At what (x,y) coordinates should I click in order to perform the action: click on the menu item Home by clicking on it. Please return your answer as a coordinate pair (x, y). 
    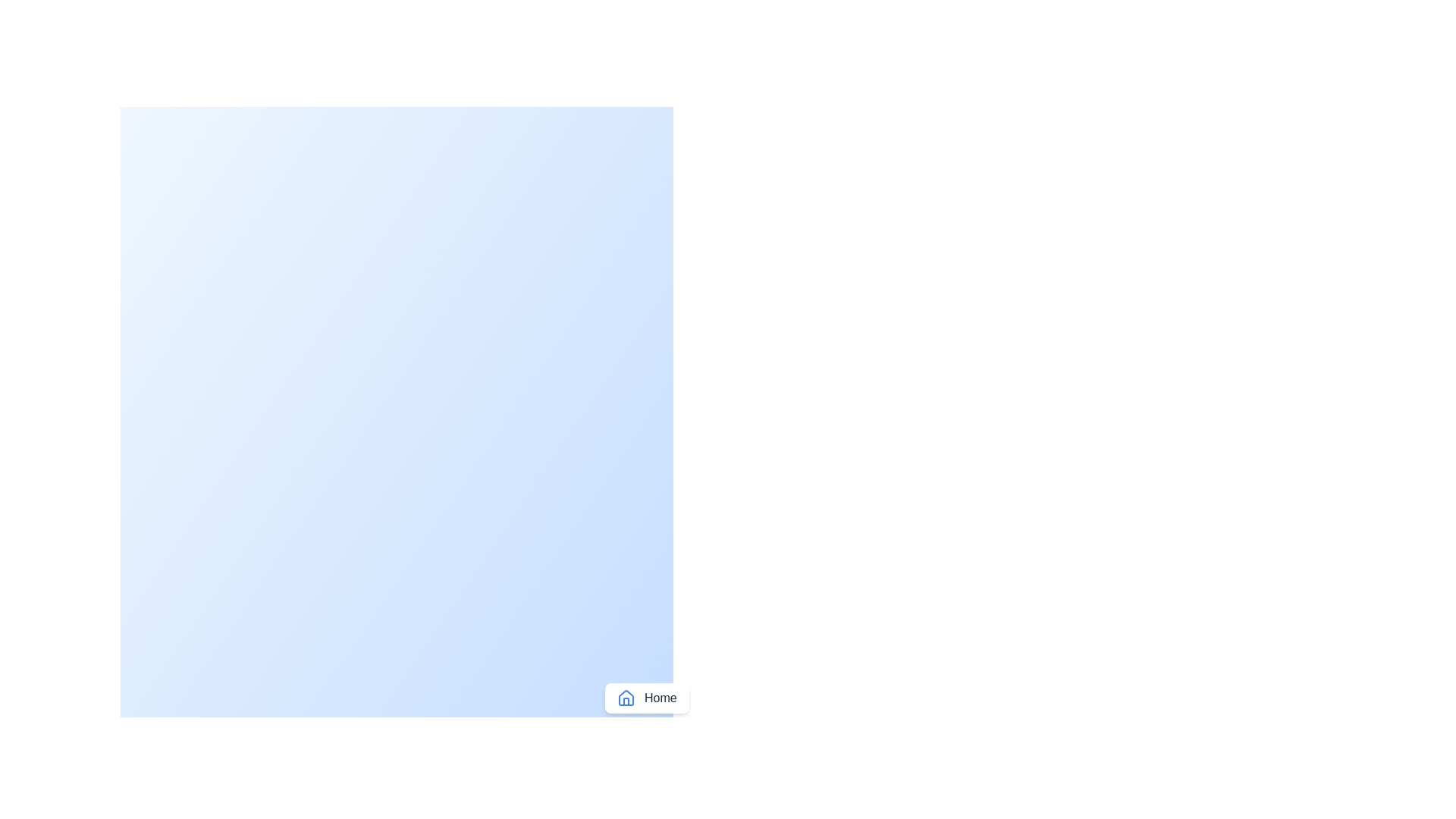
    Looking at the image, I should click on (647, 698).